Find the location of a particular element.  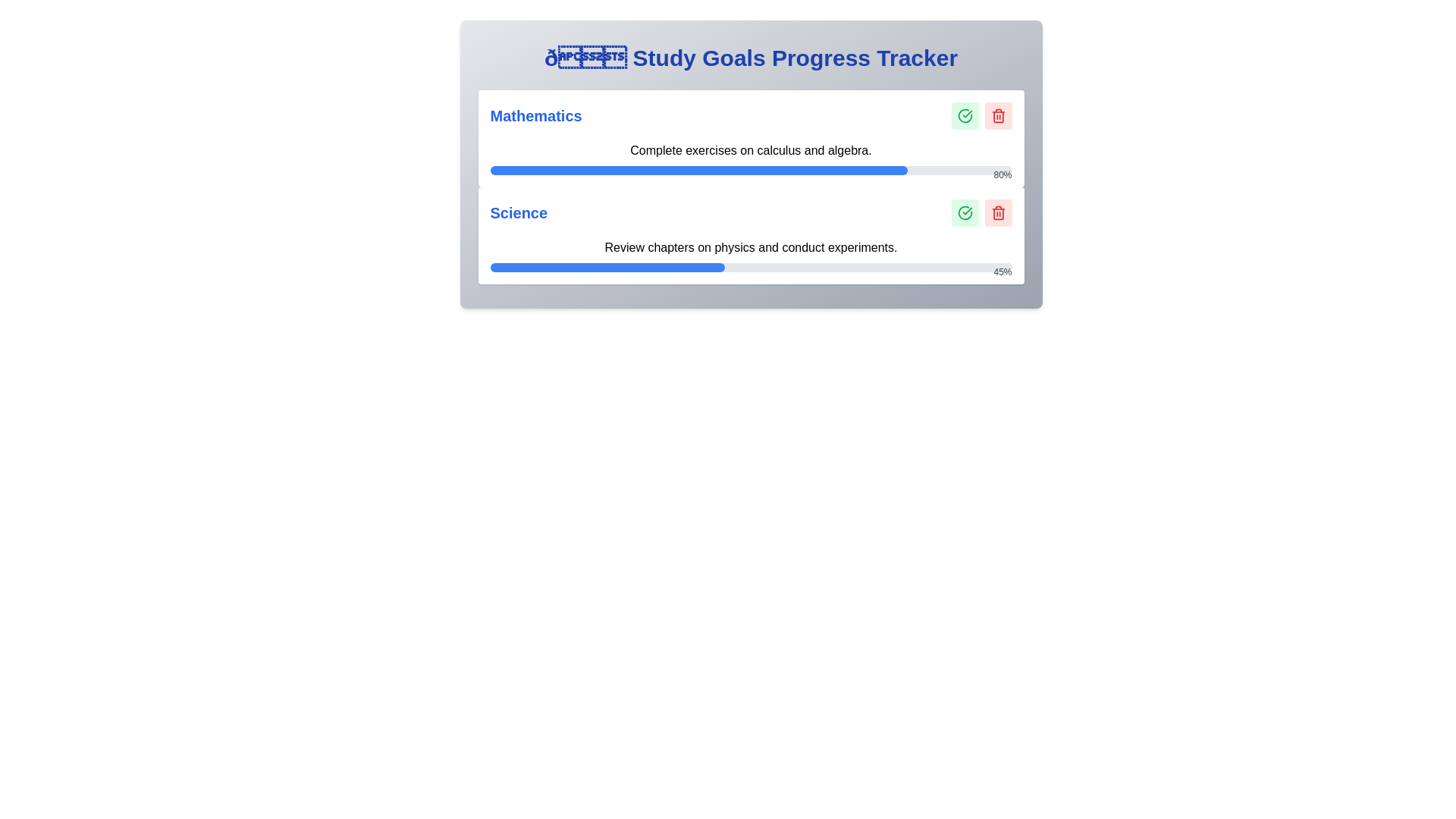

the circular SVG graphic icon styled in green, which is part of a checkmark and located to the right of the 'Mathematics' section label is located at coordinates (964, 213).